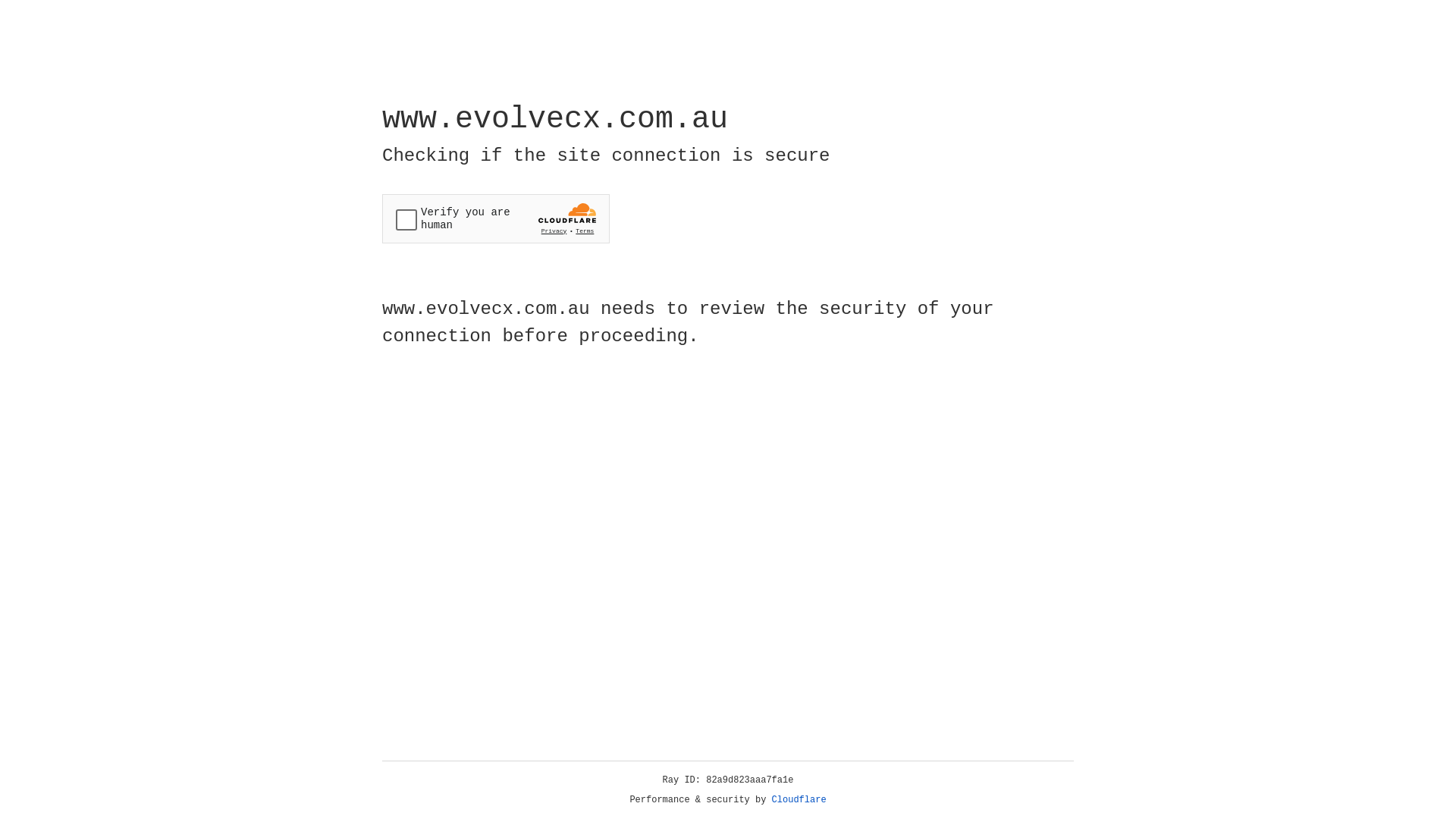  Describe the element at coordinates (771, 799) in the screenshot. I see `'Cloudflare'` at that location.